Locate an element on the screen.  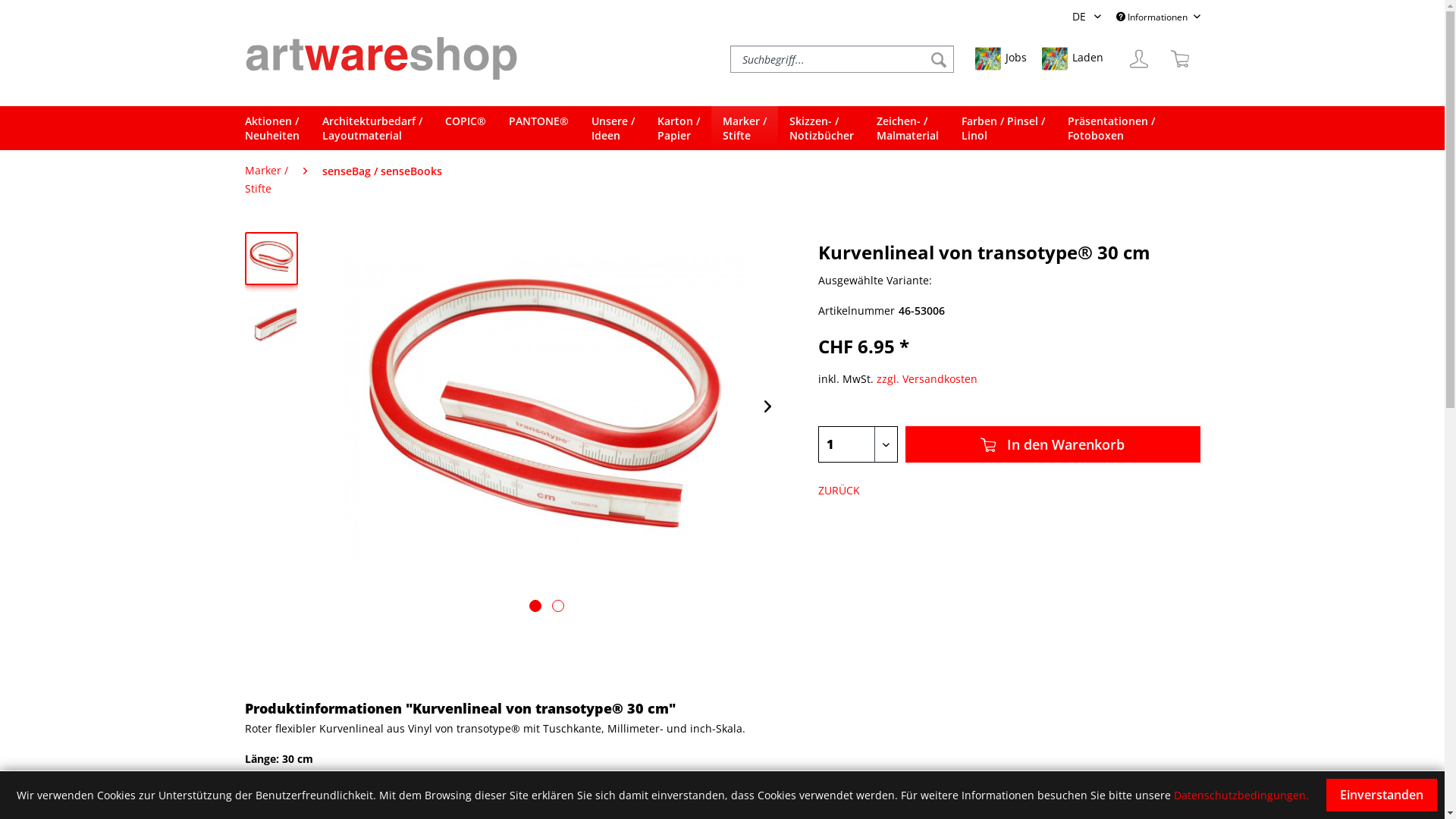
'Jobs' is located at coordinates (1001, 58).